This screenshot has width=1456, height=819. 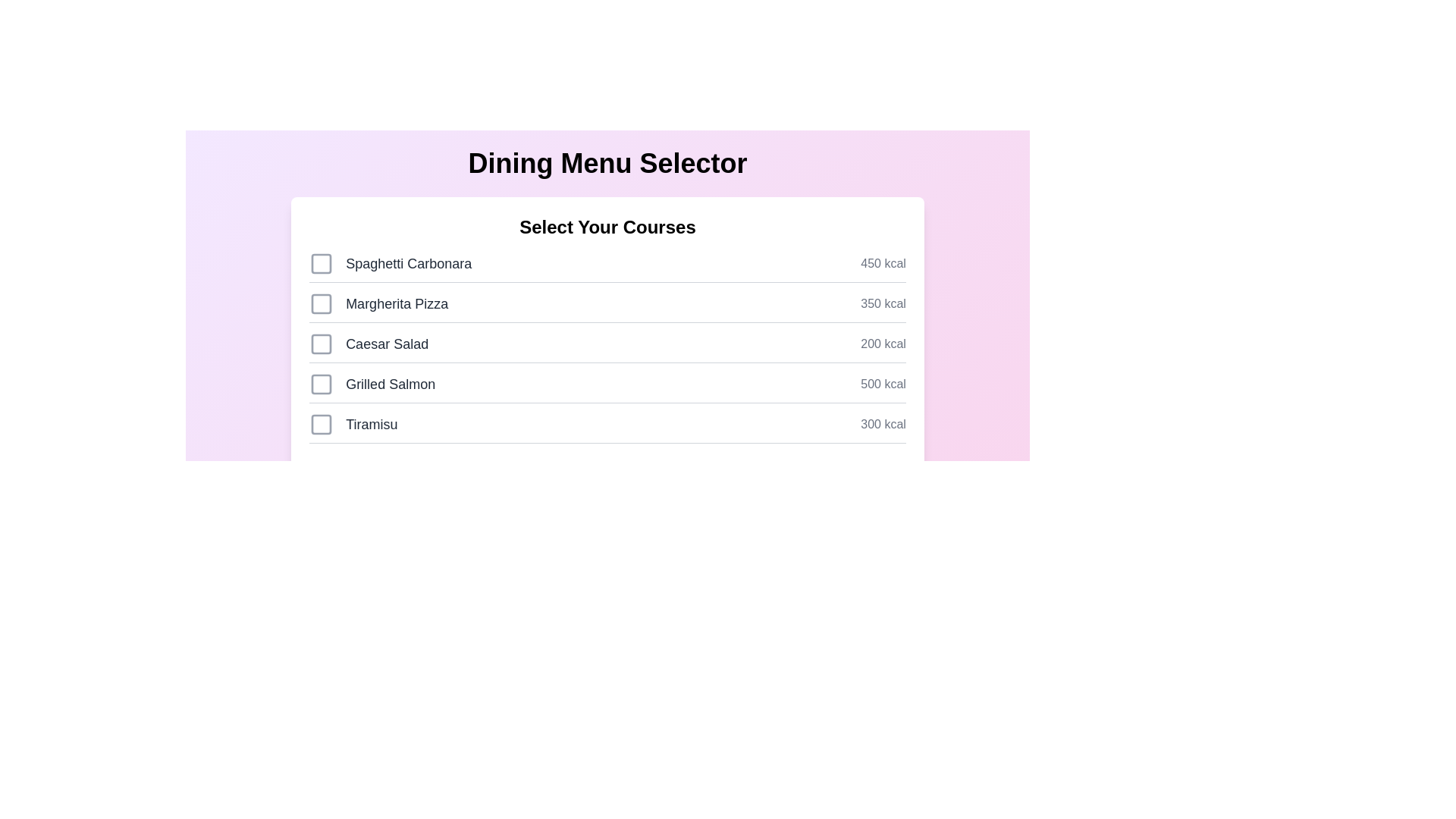 What do you see at coordinates (321, 424) in the screenshot?
I see `the checkbox for the dish Tiramisu` at bounding box center [321, 424].